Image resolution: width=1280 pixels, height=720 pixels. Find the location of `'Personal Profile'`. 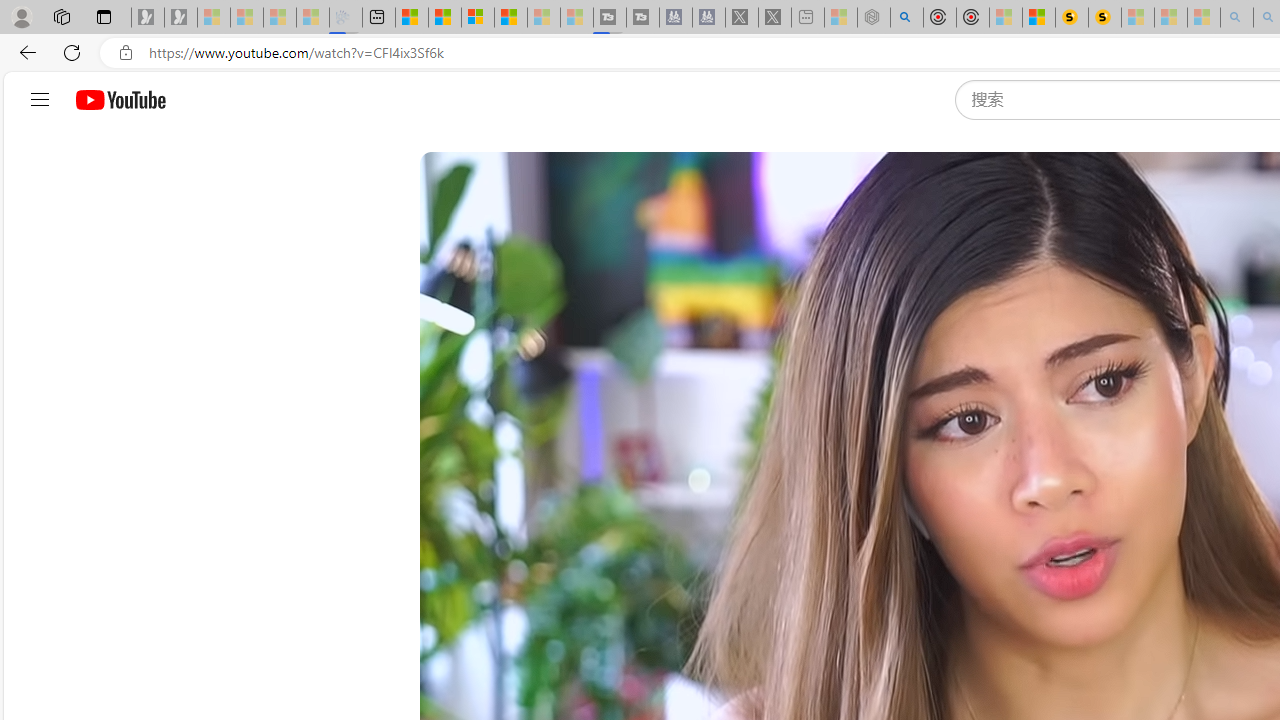

'Personal Profile' is located at coordinates (21, 16).